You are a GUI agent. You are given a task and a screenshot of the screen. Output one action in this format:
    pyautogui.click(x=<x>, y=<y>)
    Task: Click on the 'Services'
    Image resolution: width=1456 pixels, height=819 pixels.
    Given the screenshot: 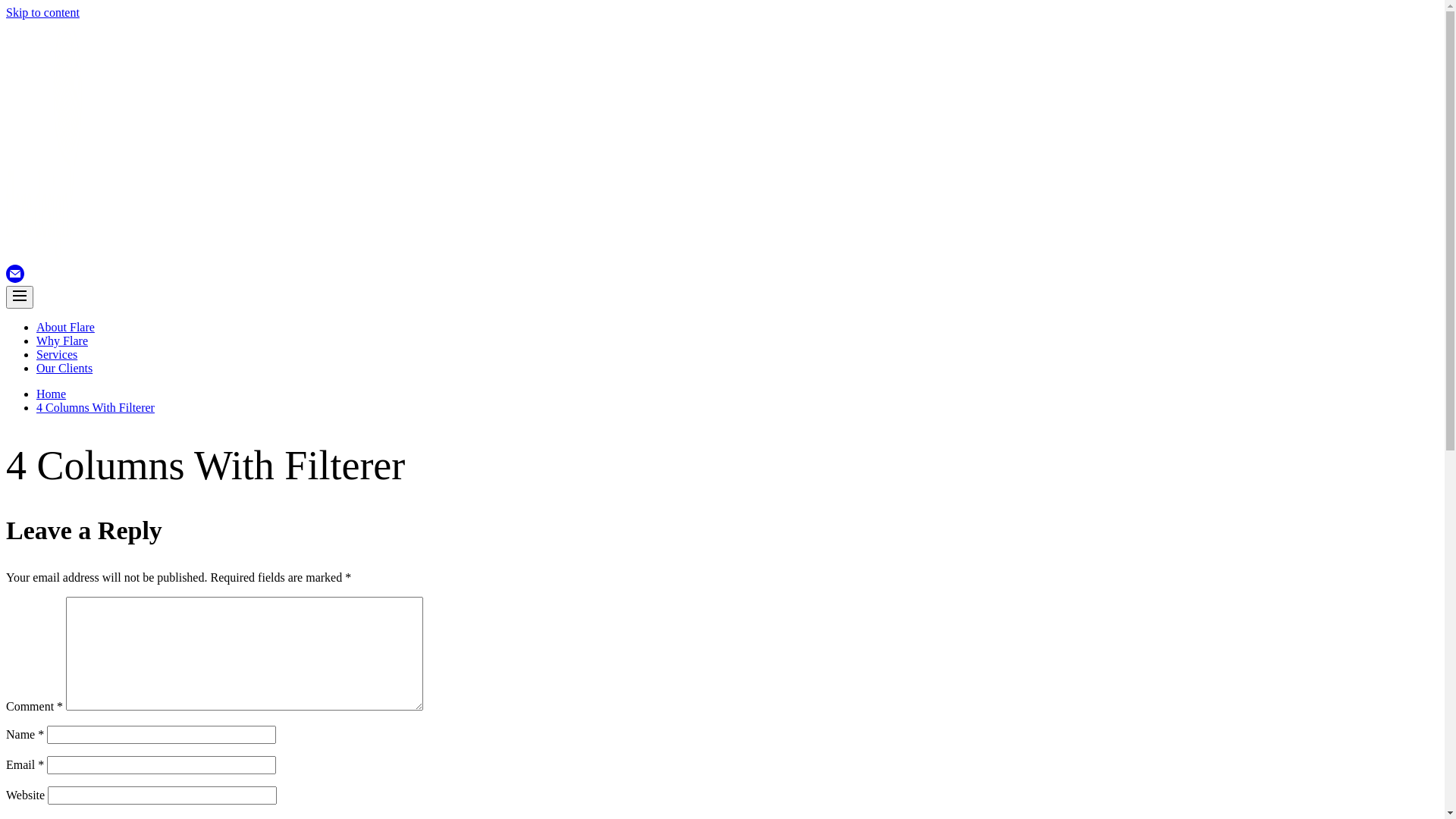 What is the action you would take?
    pyautogui.click(x=57, y=354)
    